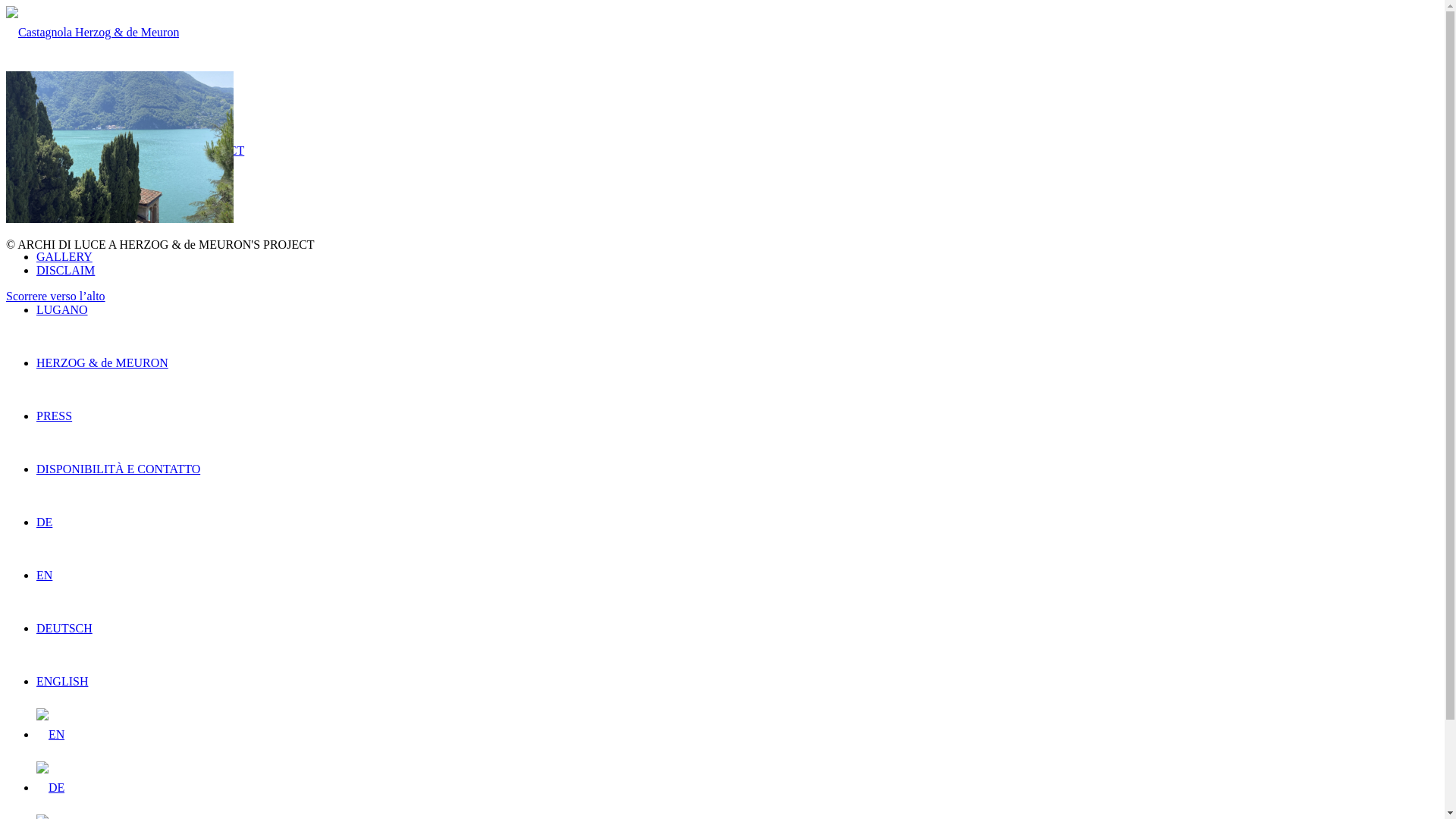  I want to click on 'CONCETTO', so click(67, 202).